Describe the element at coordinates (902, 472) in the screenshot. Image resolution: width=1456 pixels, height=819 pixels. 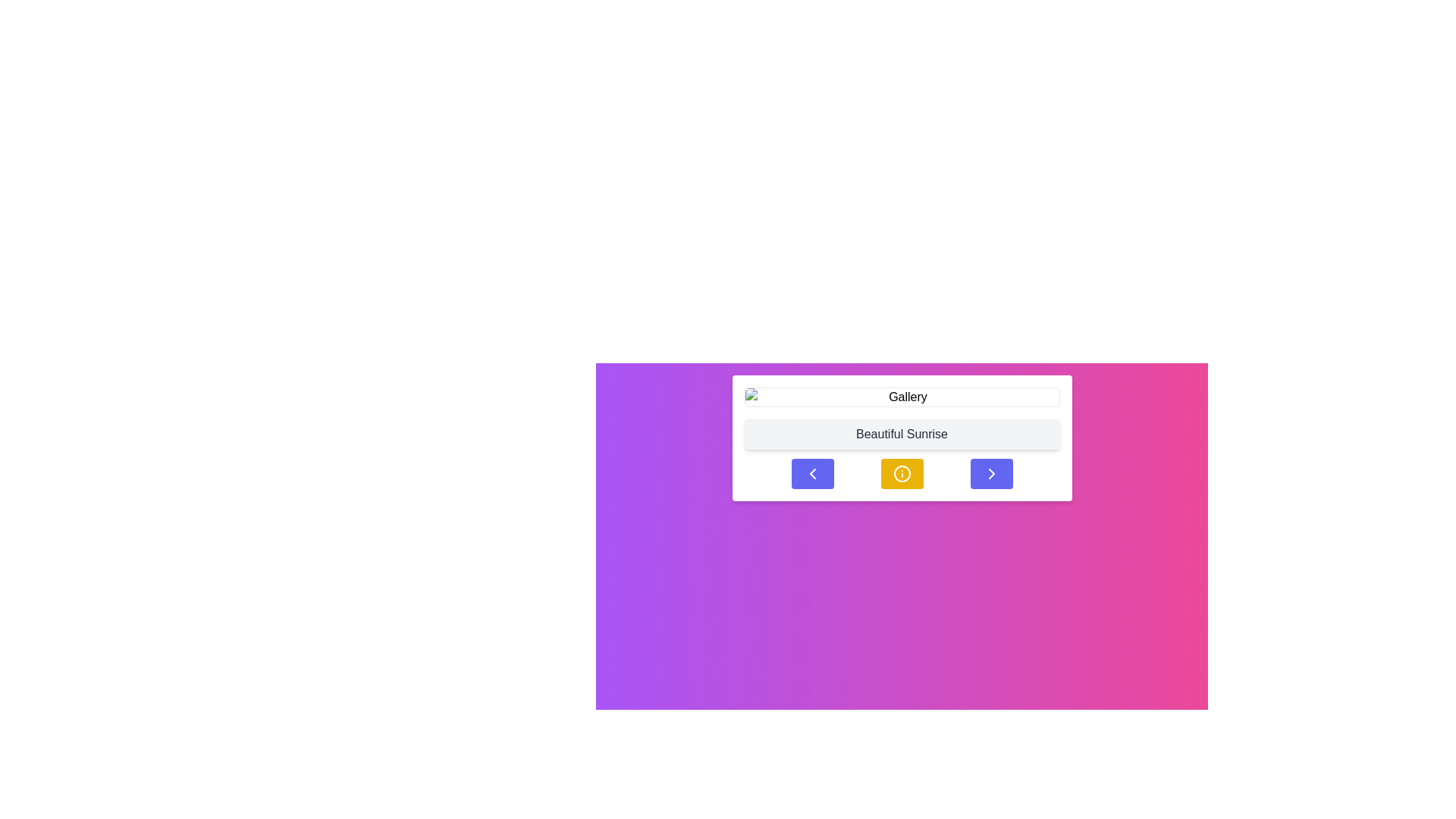
I see `the help/info button located centrally in the bottom button group of the card-like UI component to highlight it` at that location.